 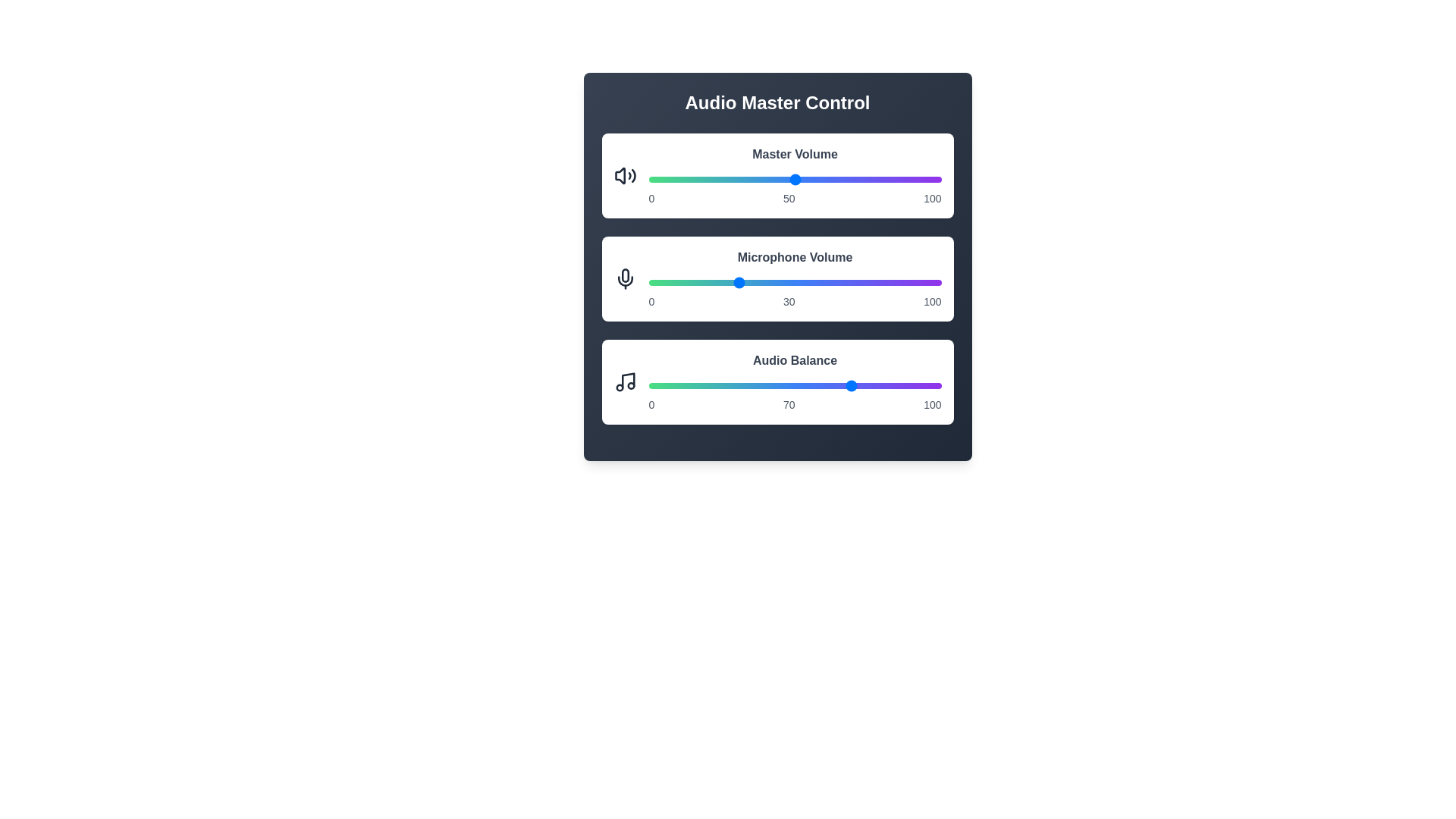 I want to click on the balance icon to focus on the respective control, so click(x=625, y=381).